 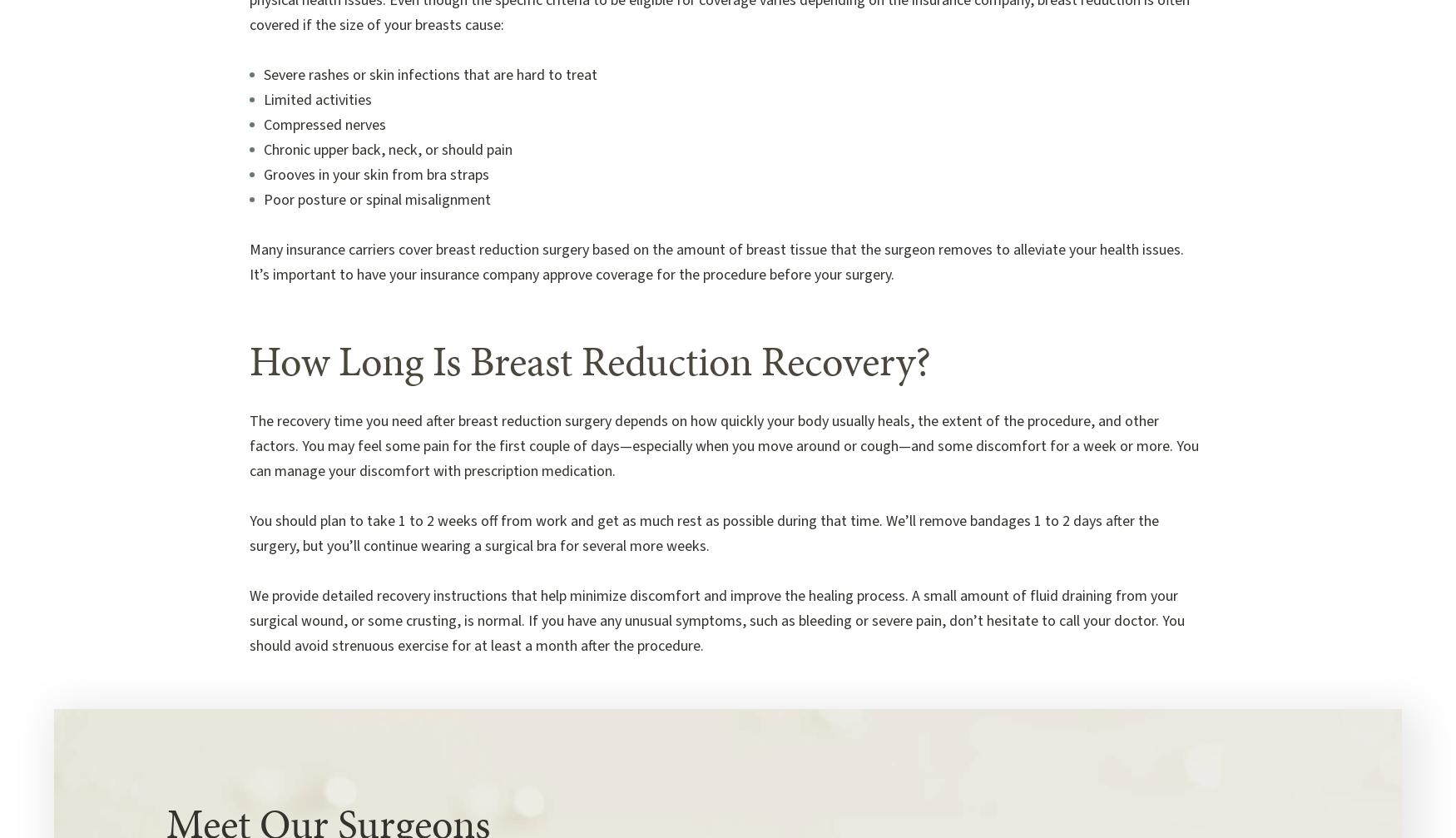 What do you see at coordinates (263, 100) in the screenshot?
I see `'Limited activities'` at bounding box center [263, 100].